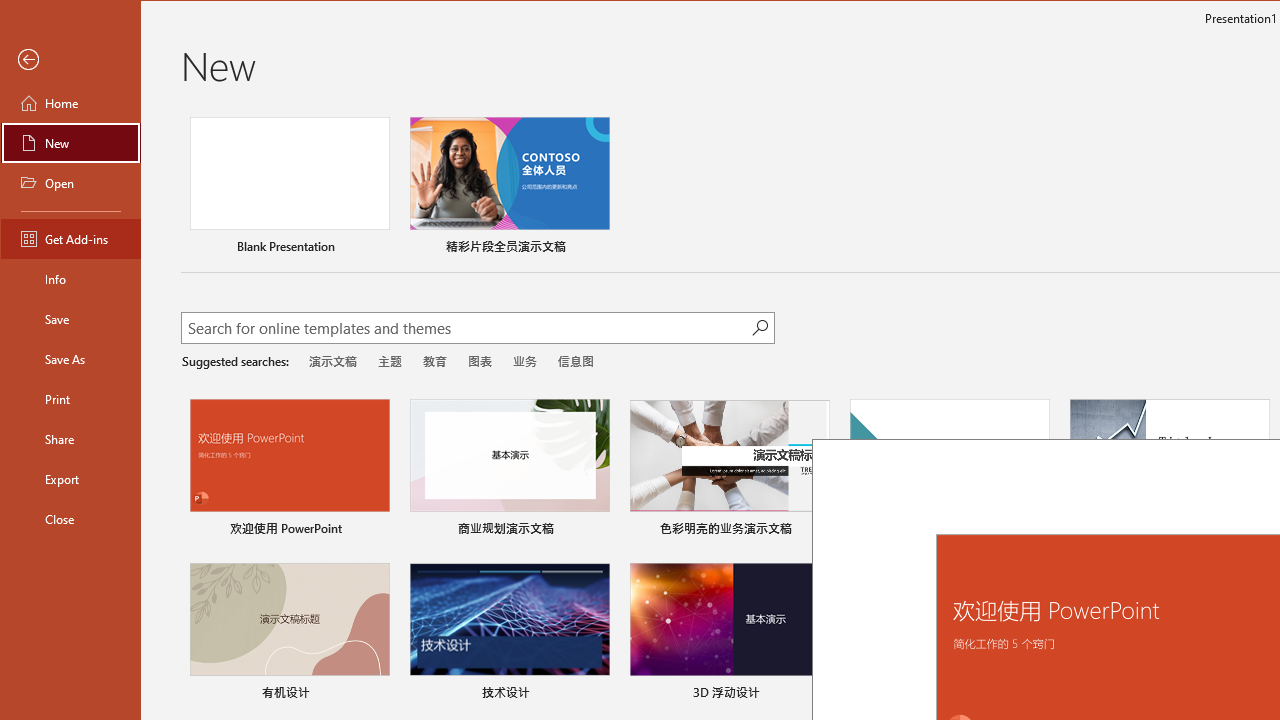 Image resolution: width=1280 pixels, height=720 pixels. I want to click on 'Back', so click(71, 59).